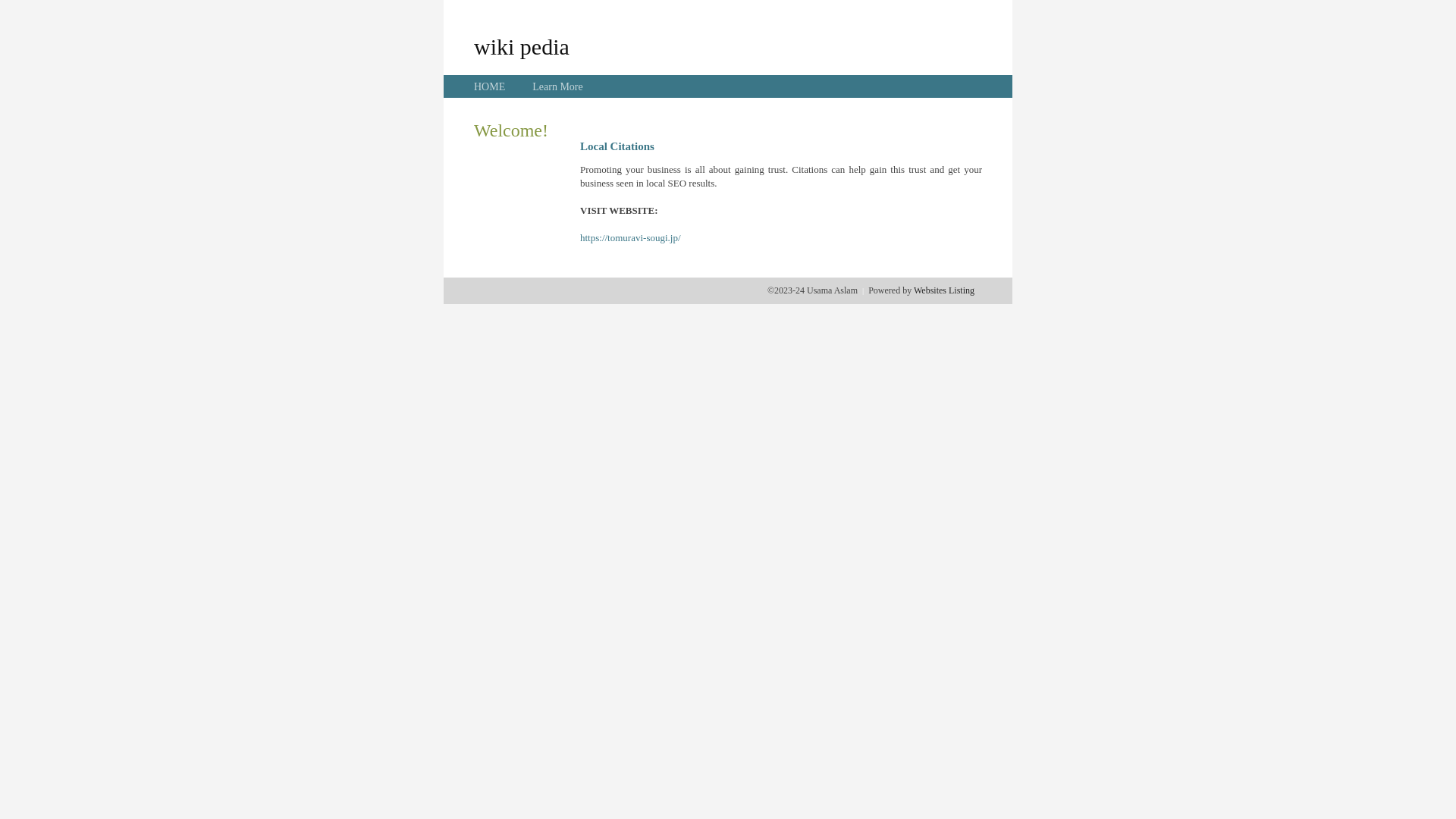  I want to click on 'HOME', so click(472, 86).